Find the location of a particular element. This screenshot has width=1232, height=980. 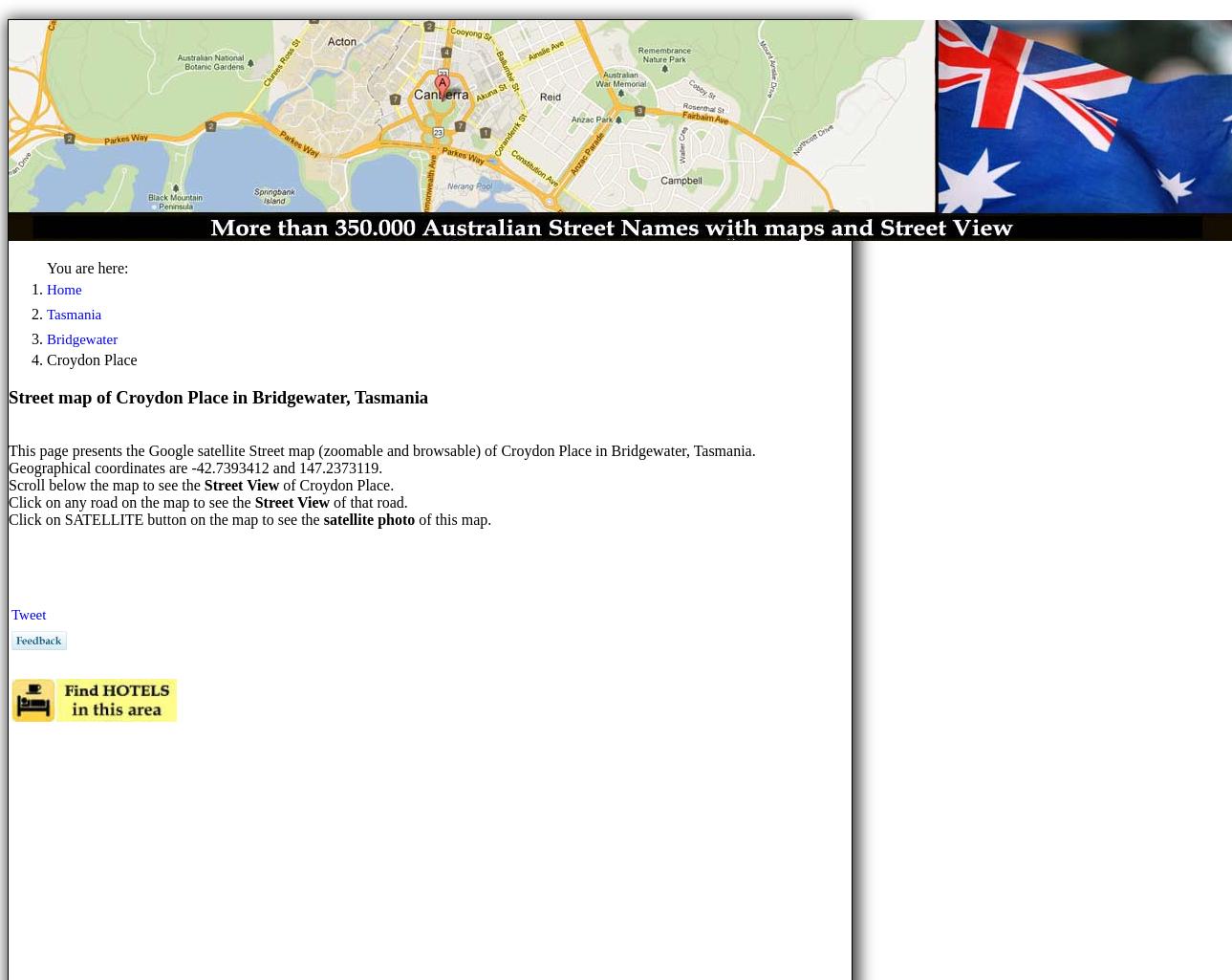

'Click on SATELLITE button on the map to see the' is located at coordinates (164, 518).